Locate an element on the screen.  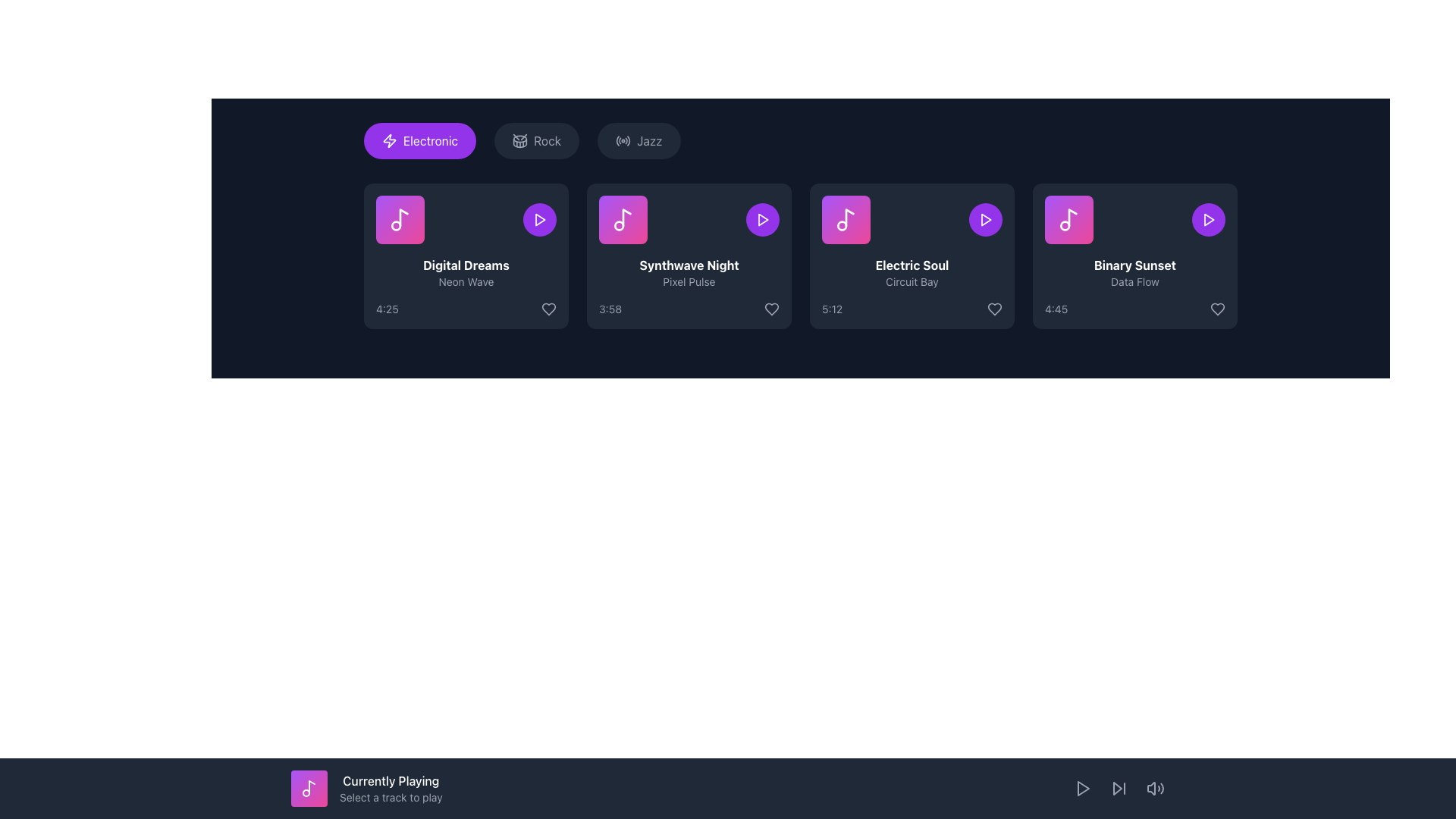
lightning bolt icon with a sharp outline and purple background, located on the left side of the 'Electronic' button is located at coordinates (389, 140).